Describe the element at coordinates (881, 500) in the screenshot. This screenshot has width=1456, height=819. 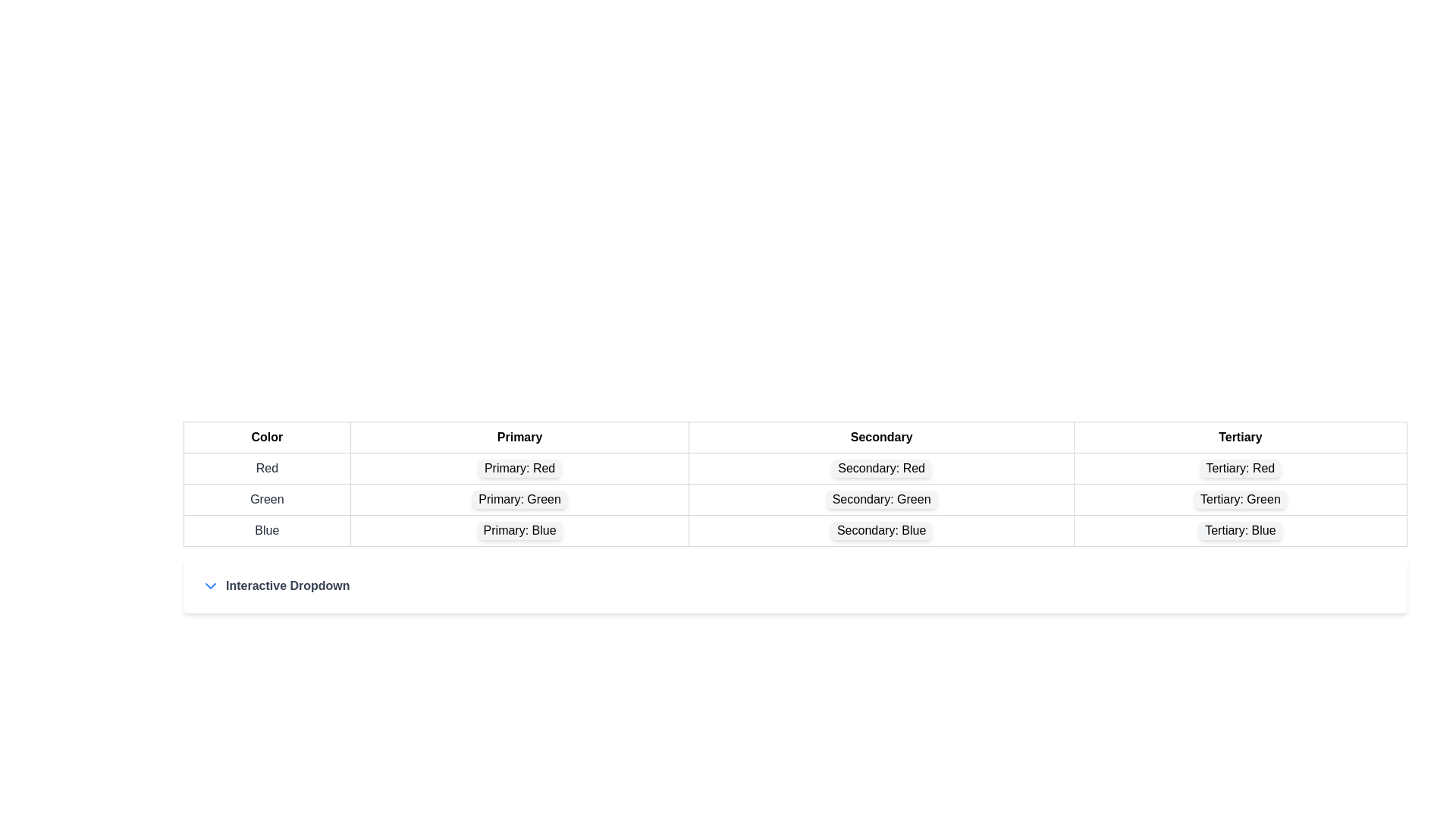
I see `the Text Label displaying information about the secondary classification associated with the 'Green' context located in the second row and 'Secondary' column of the table` at that location.